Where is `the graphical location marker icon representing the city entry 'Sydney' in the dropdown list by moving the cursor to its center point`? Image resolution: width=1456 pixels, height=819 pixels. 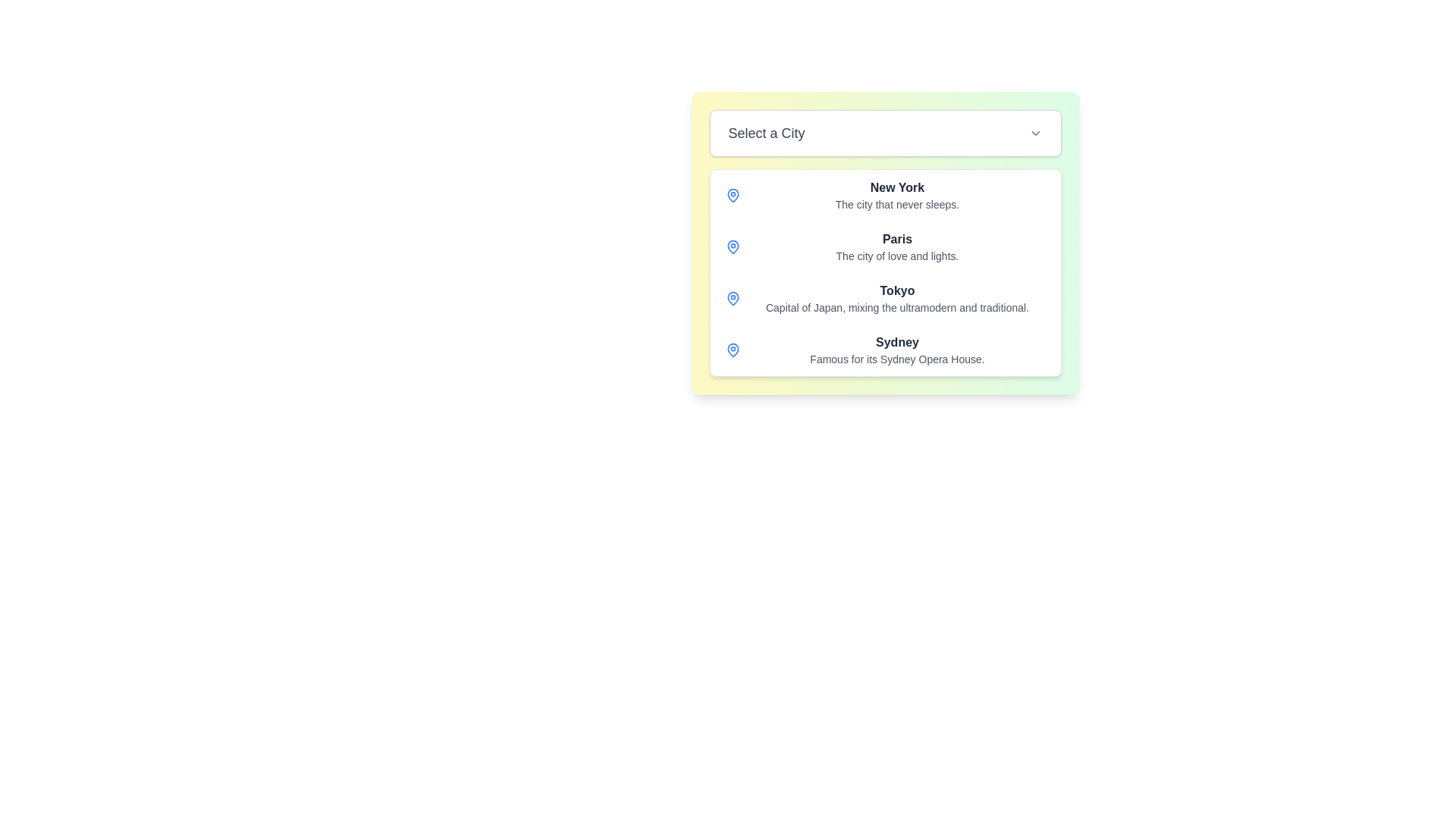 the graphical location marker icon representing the city entry 'Sydney' in the dropdown list by moving the cursor to its center point is located at coordinates (733, 350).